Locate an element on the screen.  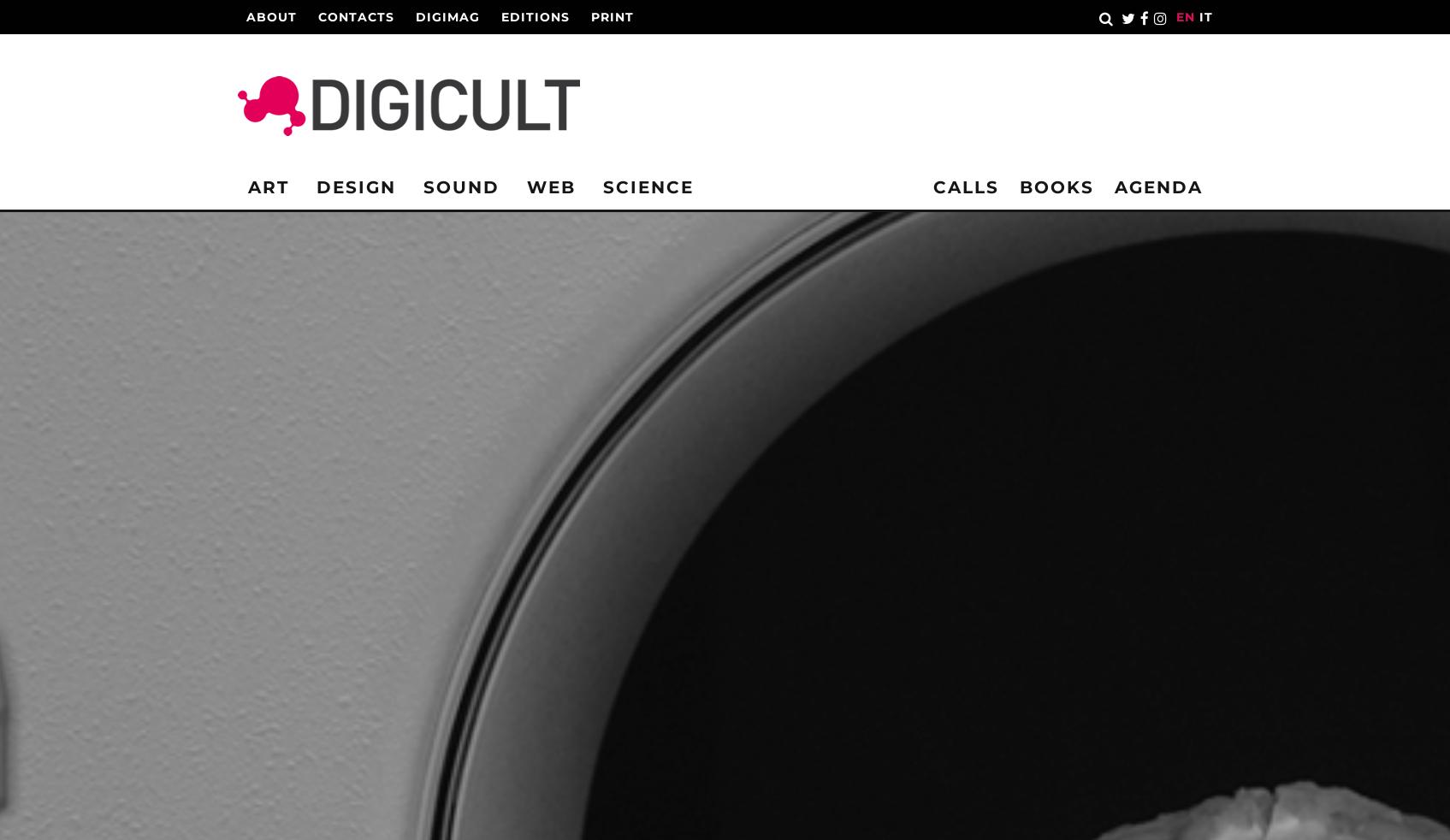
'Editions' is located at coordinates (500, 16).